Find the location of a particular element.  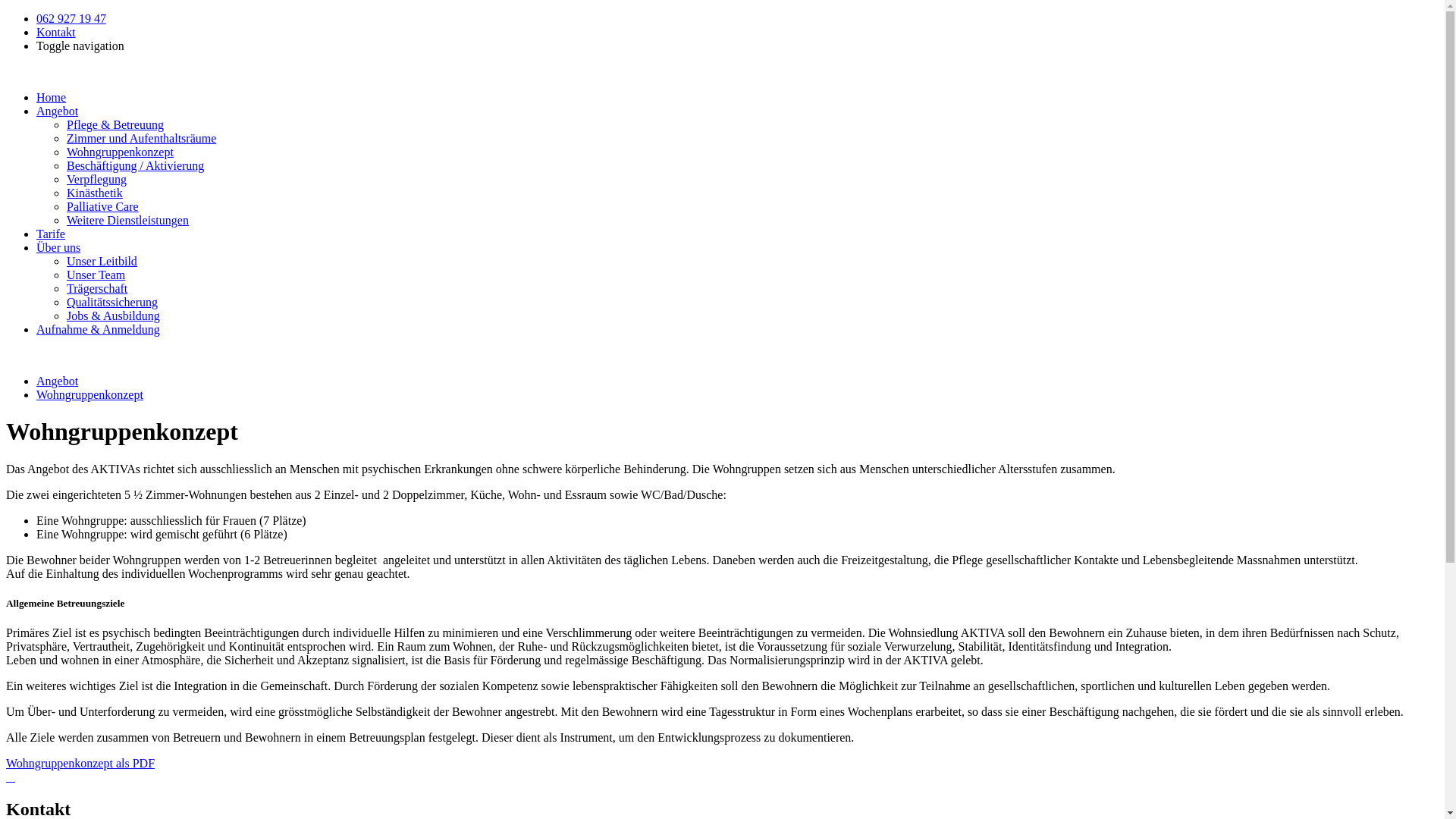

'Unser Leitbild' is located at coordinates (101, 260).